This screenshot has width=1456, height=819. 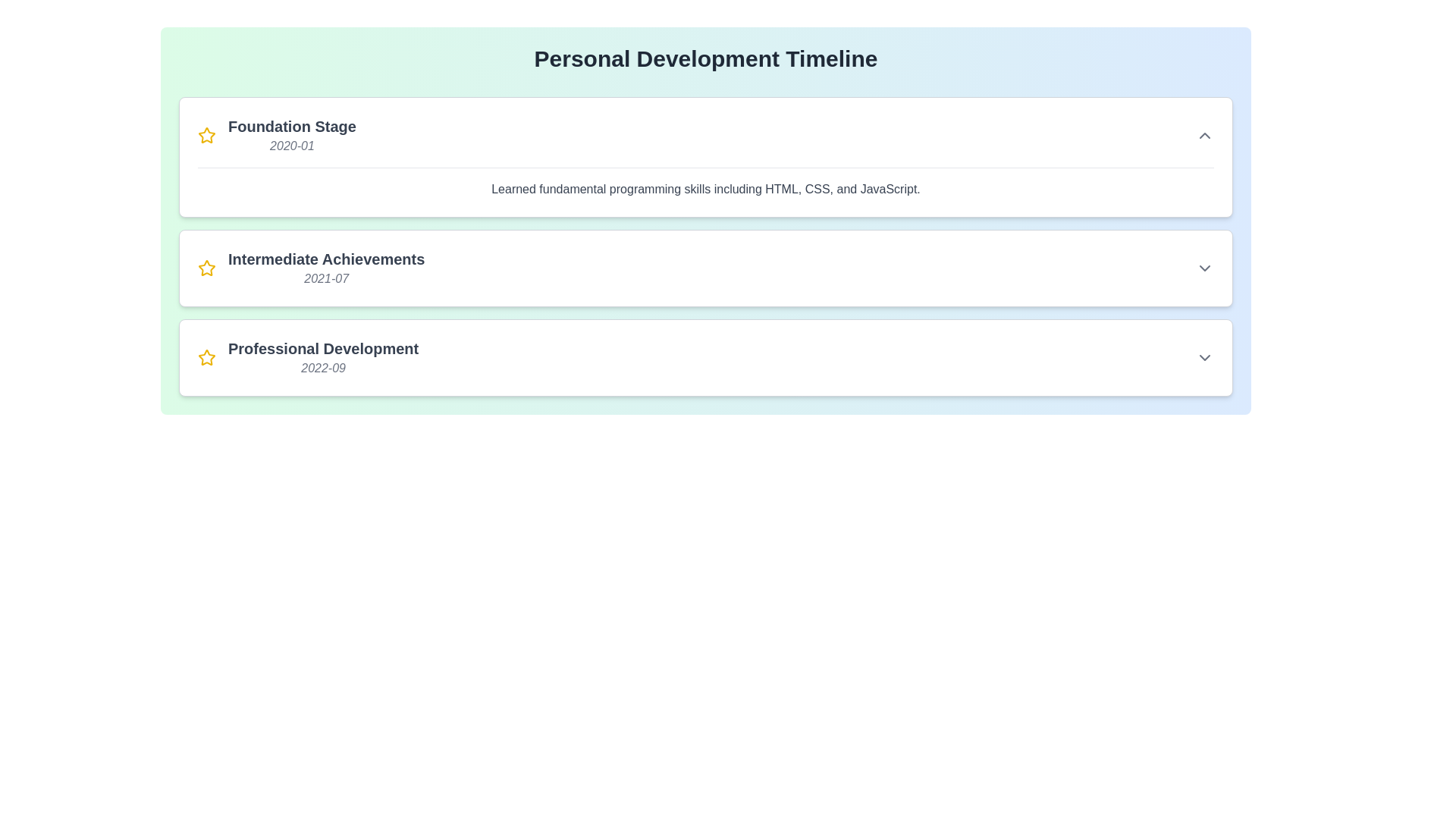 What do you see at coordinates (1203, 134) in the screenshot?
I see `the toggle button located at the top-right corner of the 'Foundation Stage 2020-01' section header` at bounding box center [1203, 134].